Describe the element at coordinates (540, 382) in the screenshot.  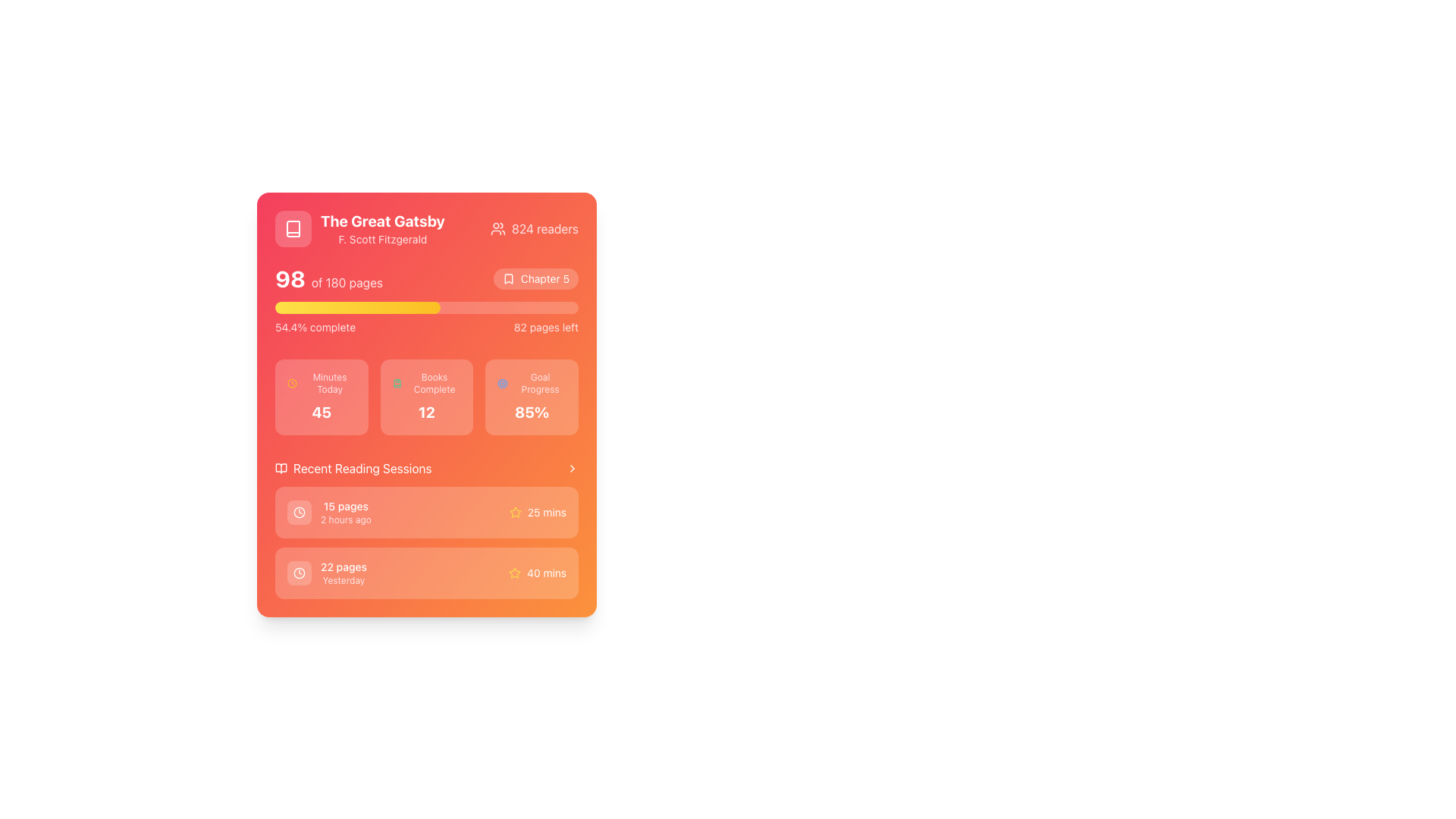
I see `text label displaying 'Goal Progress' in a subtle rose color located in the lower right portion of the progress indicator section` at that location.